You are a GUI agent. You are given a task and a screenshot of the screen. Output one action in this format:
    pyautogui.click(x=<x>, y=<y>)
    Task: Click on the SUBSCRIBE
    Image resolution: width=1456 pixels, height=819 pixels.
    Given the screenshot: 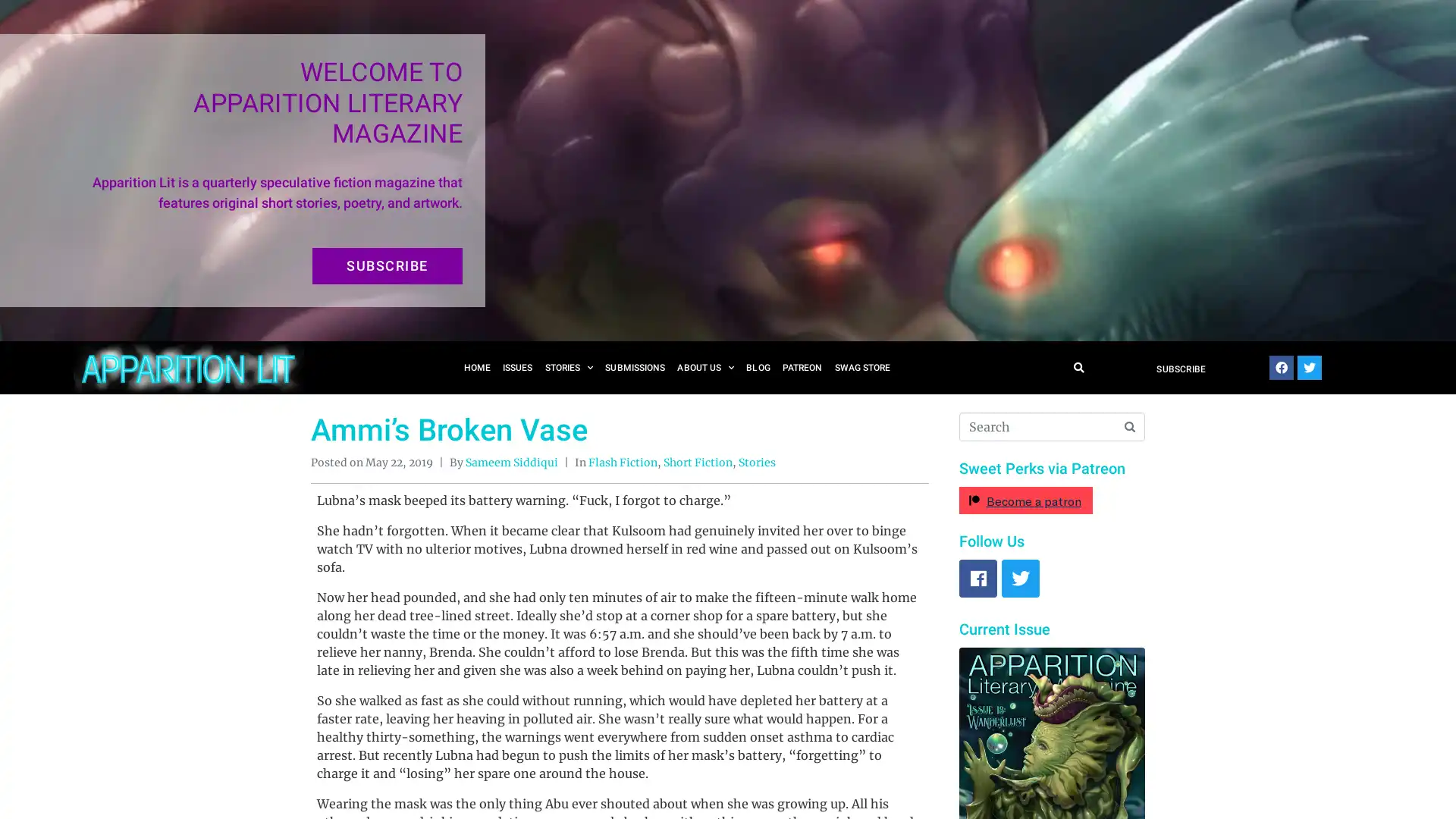 What is the action you would take?
    pyautogui.click(x=387, y=265)
    